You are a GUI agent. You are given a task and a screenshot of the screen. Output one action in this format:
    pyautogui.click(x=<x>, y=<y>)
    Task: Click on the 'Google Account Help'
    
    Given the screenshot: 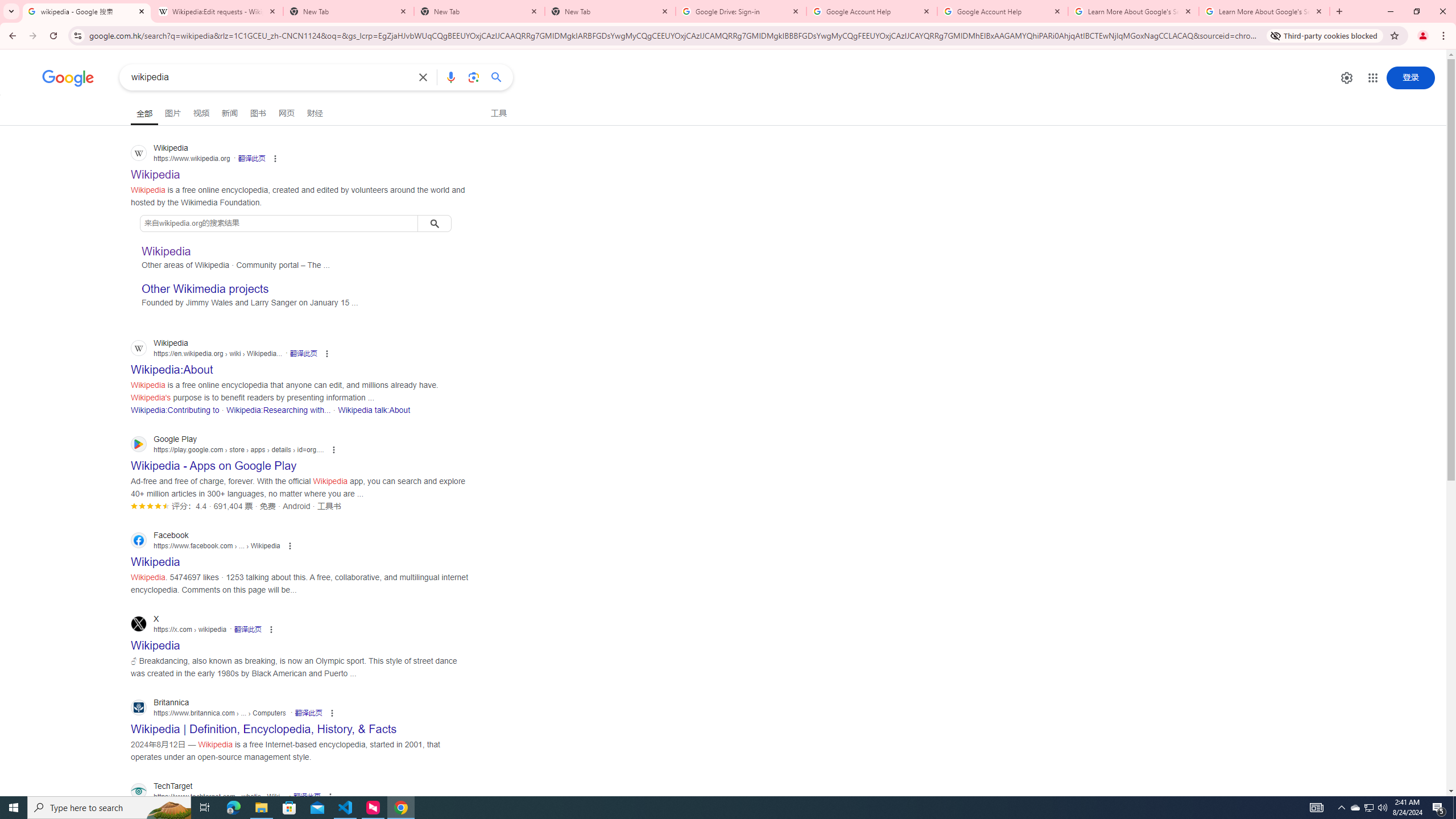 What is the action you would take?
    pyautogui.click(x=1002, y=11)
    